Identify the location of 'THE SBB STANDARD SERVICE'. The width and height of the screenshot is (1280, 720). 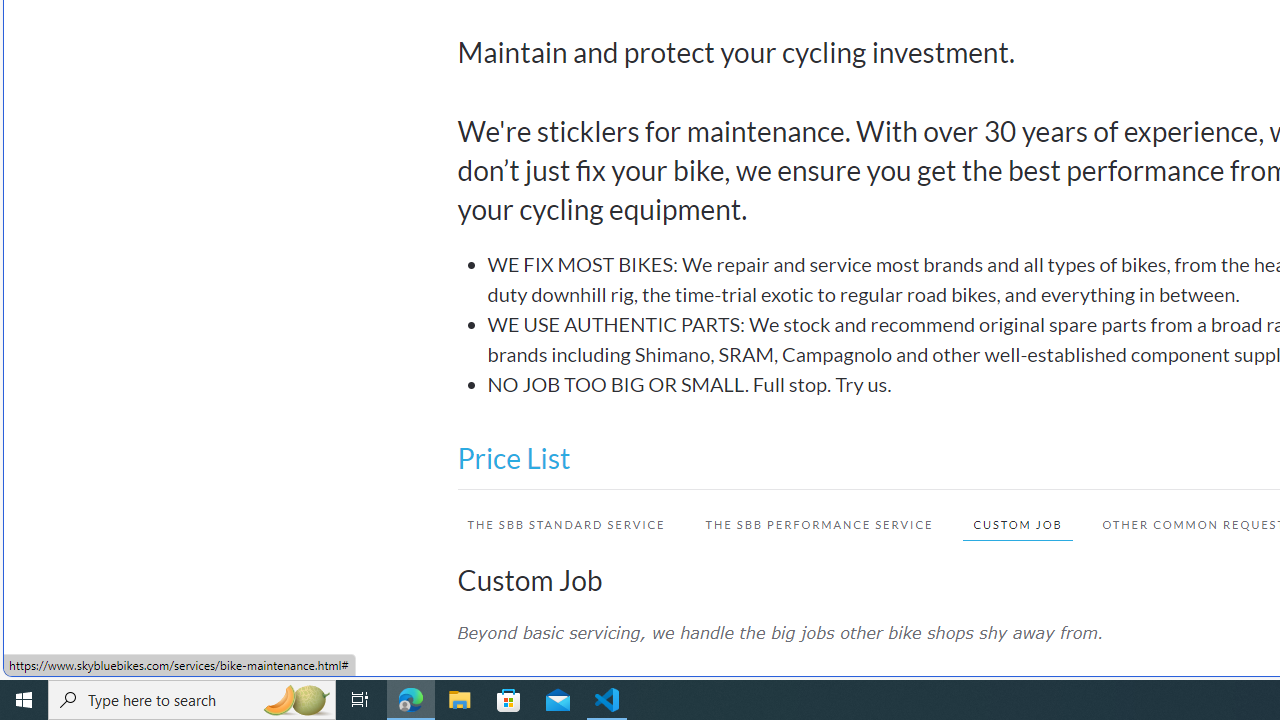
(556, 523).